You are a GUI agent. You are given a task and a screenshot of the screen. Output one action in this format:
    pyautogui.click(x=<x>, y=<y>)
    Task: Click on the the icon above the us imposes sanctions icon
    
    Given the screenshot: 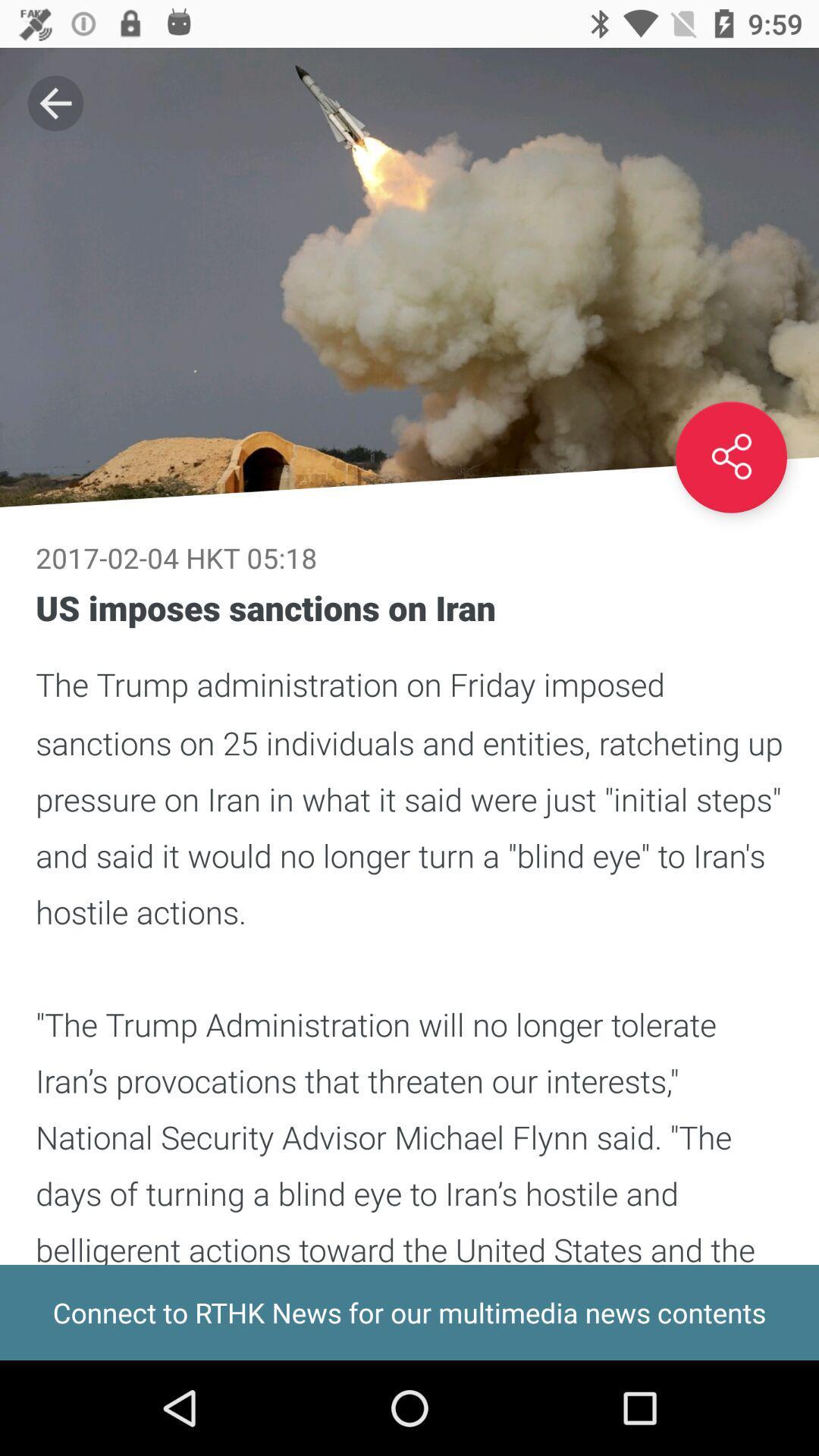 What is the action you would take?
    pyautogui.click(x=730, y=457)
    